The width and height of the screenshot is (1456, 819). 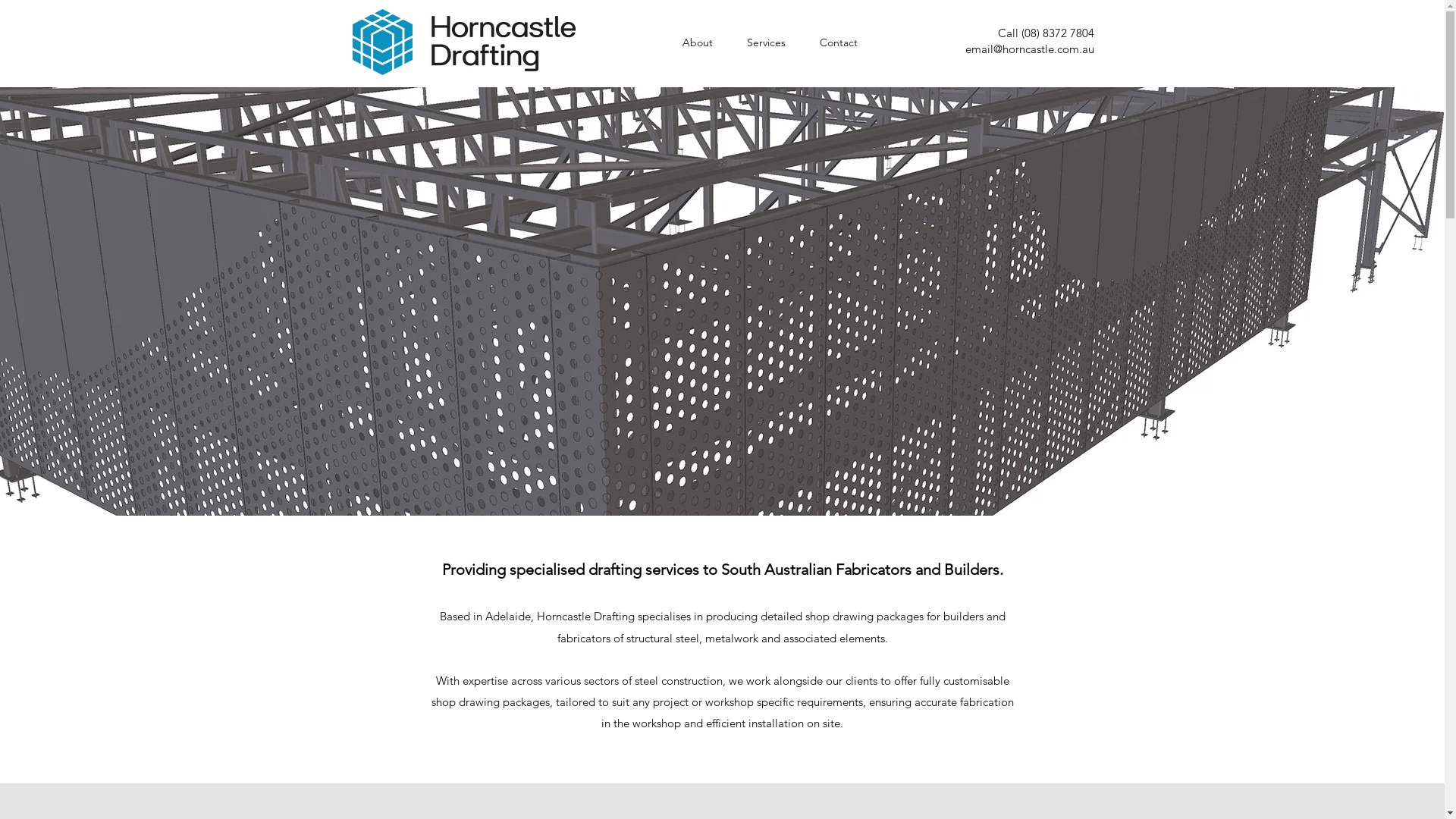 What do you see at coordinates (1029, 48) in the screenshot?
I see `'email@horncastle.com.au'` at bounding box center [1029, 48].